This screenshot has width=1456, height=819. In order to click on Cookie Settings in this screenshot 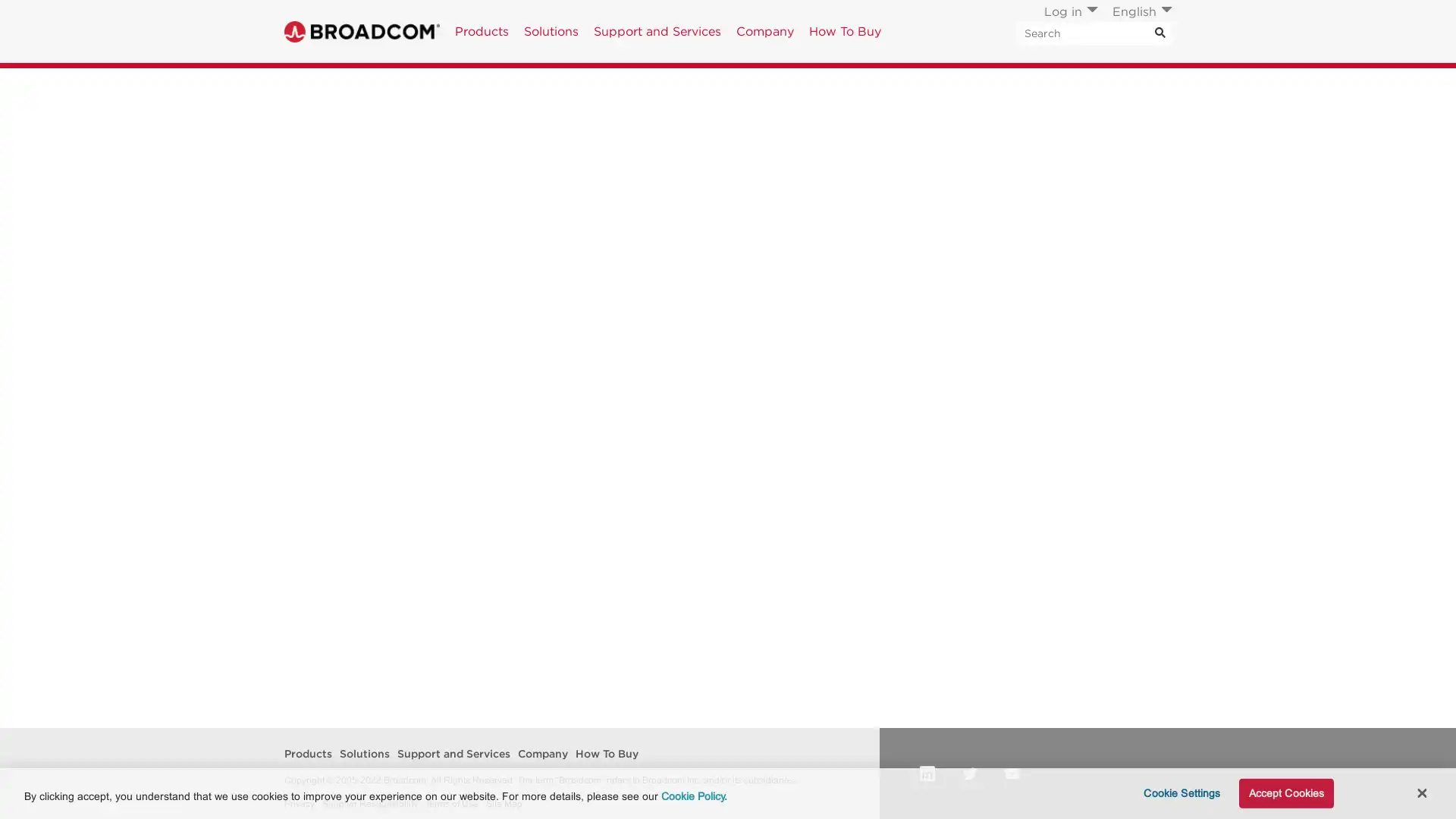, I will do `click(1176, 792)`.